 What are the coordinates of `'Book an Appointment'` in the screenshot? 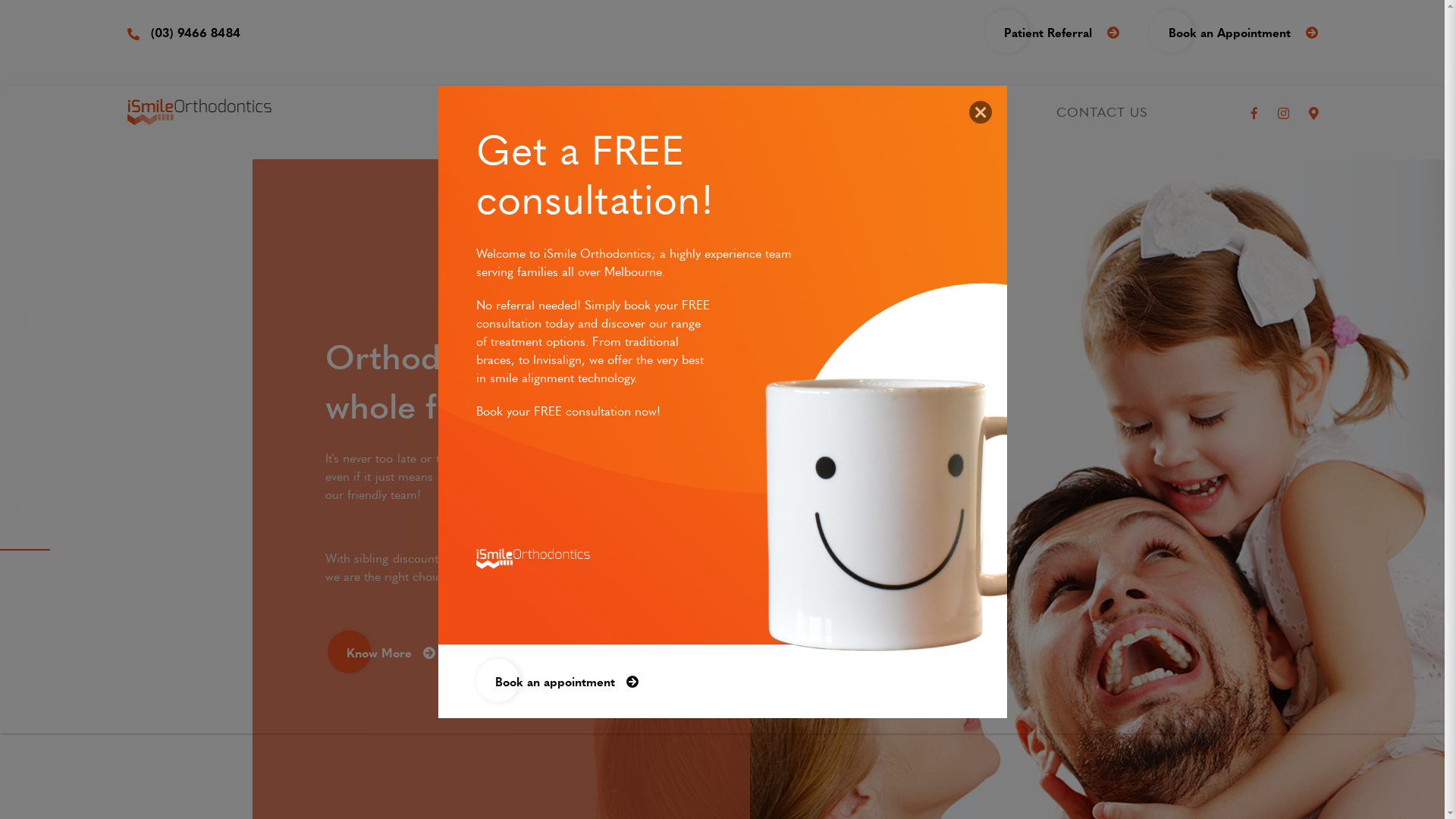 It's located at (1242, 32).